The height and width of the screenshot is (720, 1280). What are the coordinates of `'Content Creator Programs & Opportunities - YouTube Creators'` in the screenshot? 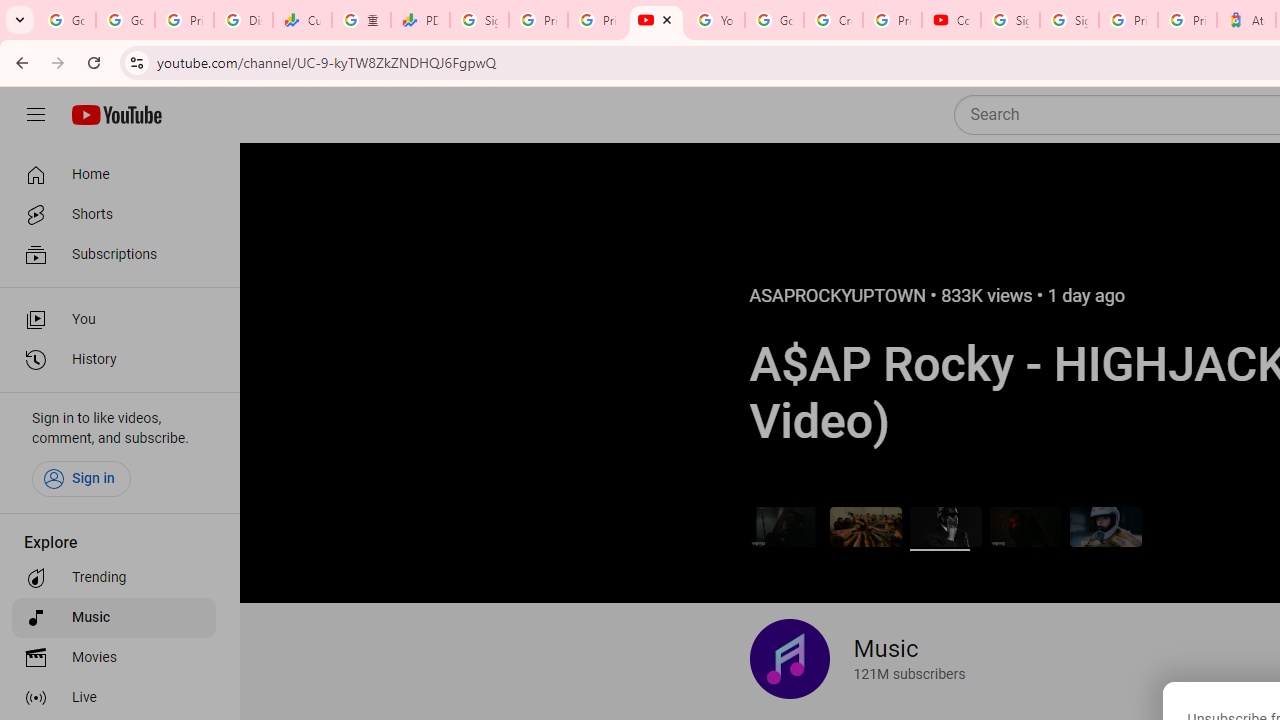 It's located at (950, 20).